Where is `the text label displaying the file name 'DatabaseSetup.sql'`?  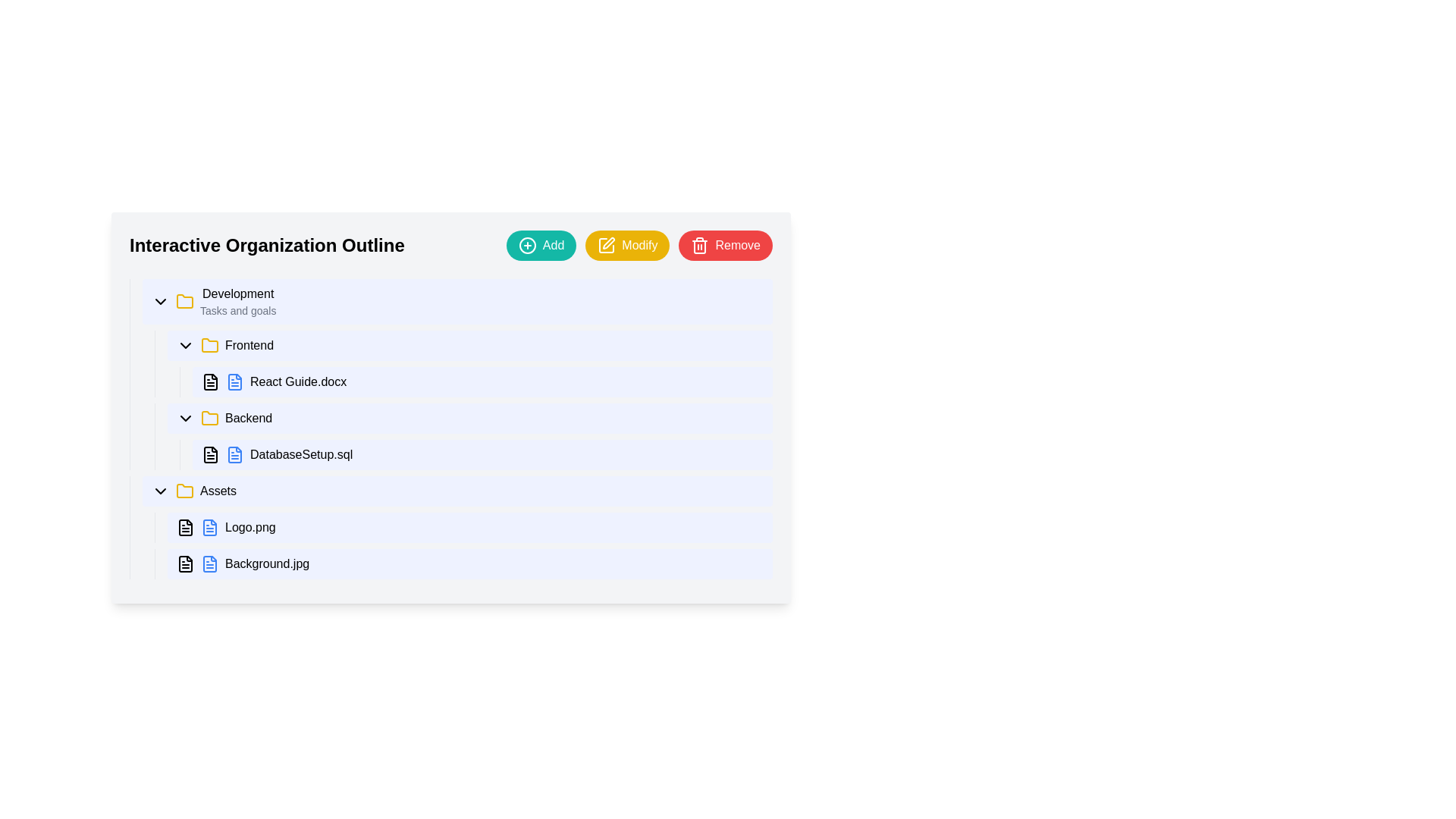
the text label displaying the file name 'DatabaseSetup.sql' is located at coordinates (301, 454).